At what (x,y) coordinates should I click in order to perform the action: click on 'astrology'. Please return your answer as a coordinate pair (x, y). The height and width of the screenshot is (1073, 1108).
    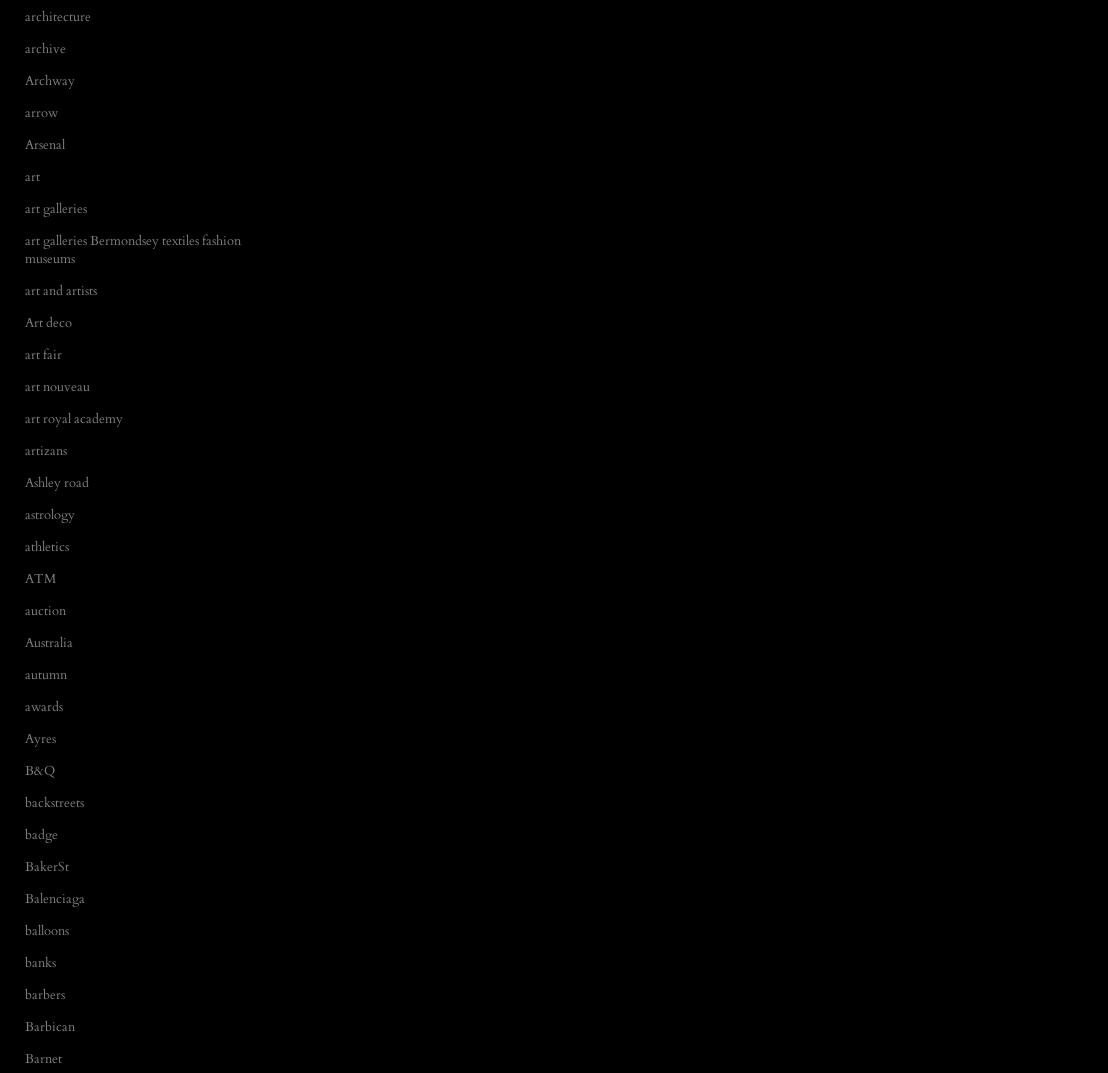
    Looking at the image, I should click on (48, 512).